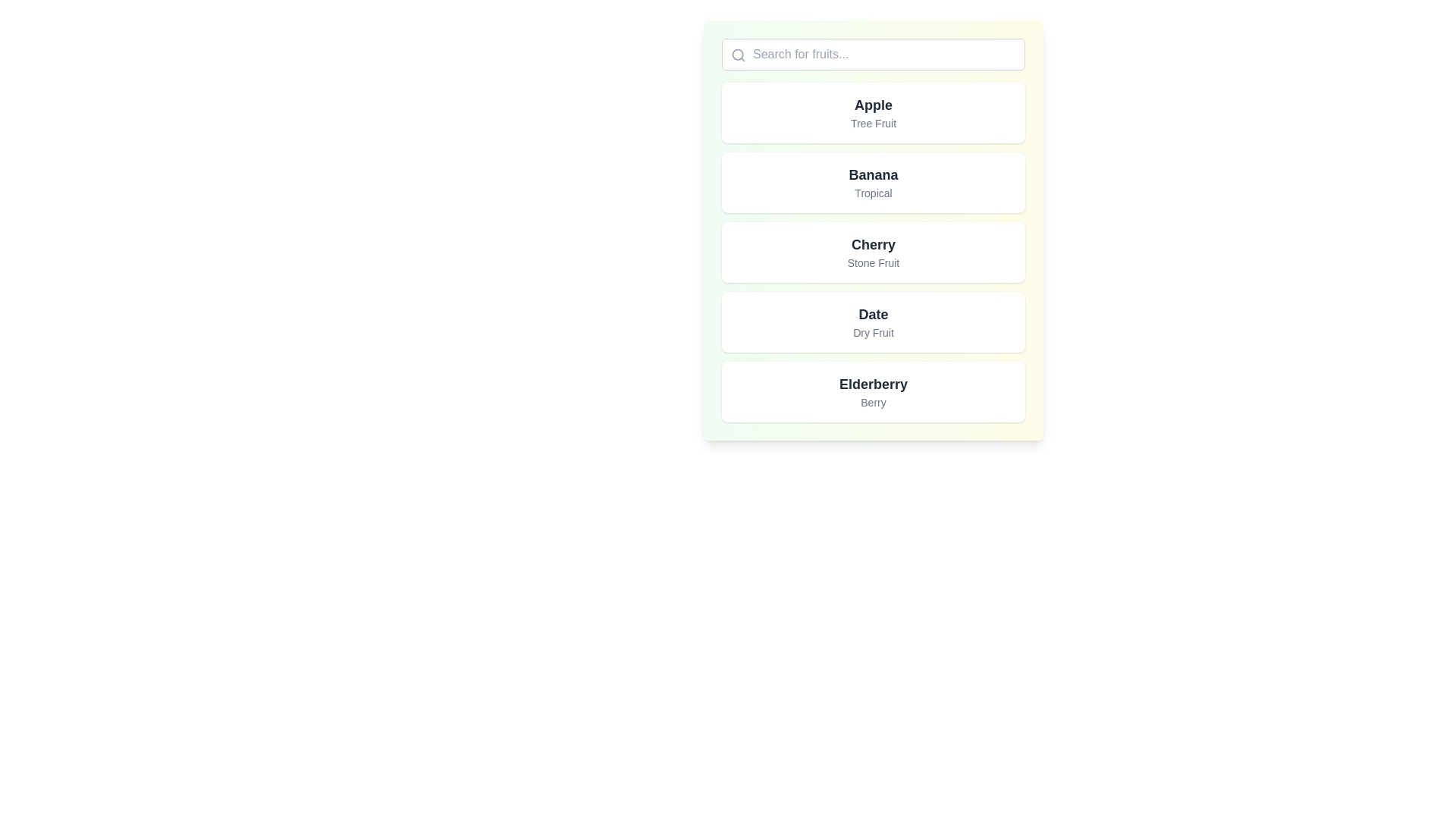  Describe the element at coordinates (874, 391) in the screenshot. I see `the fifth interactive list item labeled 'Elderberry'` at that location.